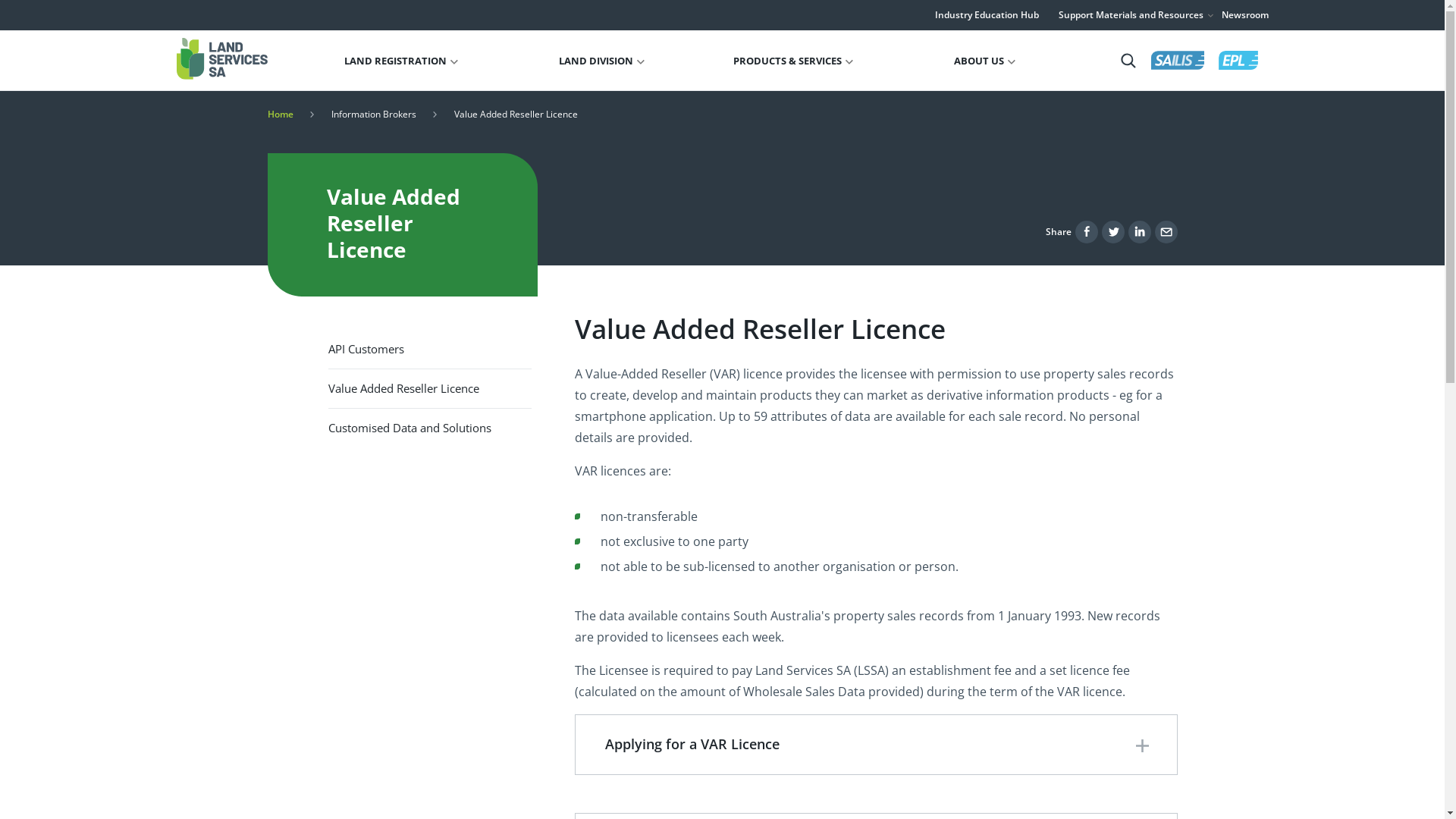 The image size is (1456, 819). Describe the element at coordinates (1112, 231) in the screenshot. I see `'Twitter'` at that location.